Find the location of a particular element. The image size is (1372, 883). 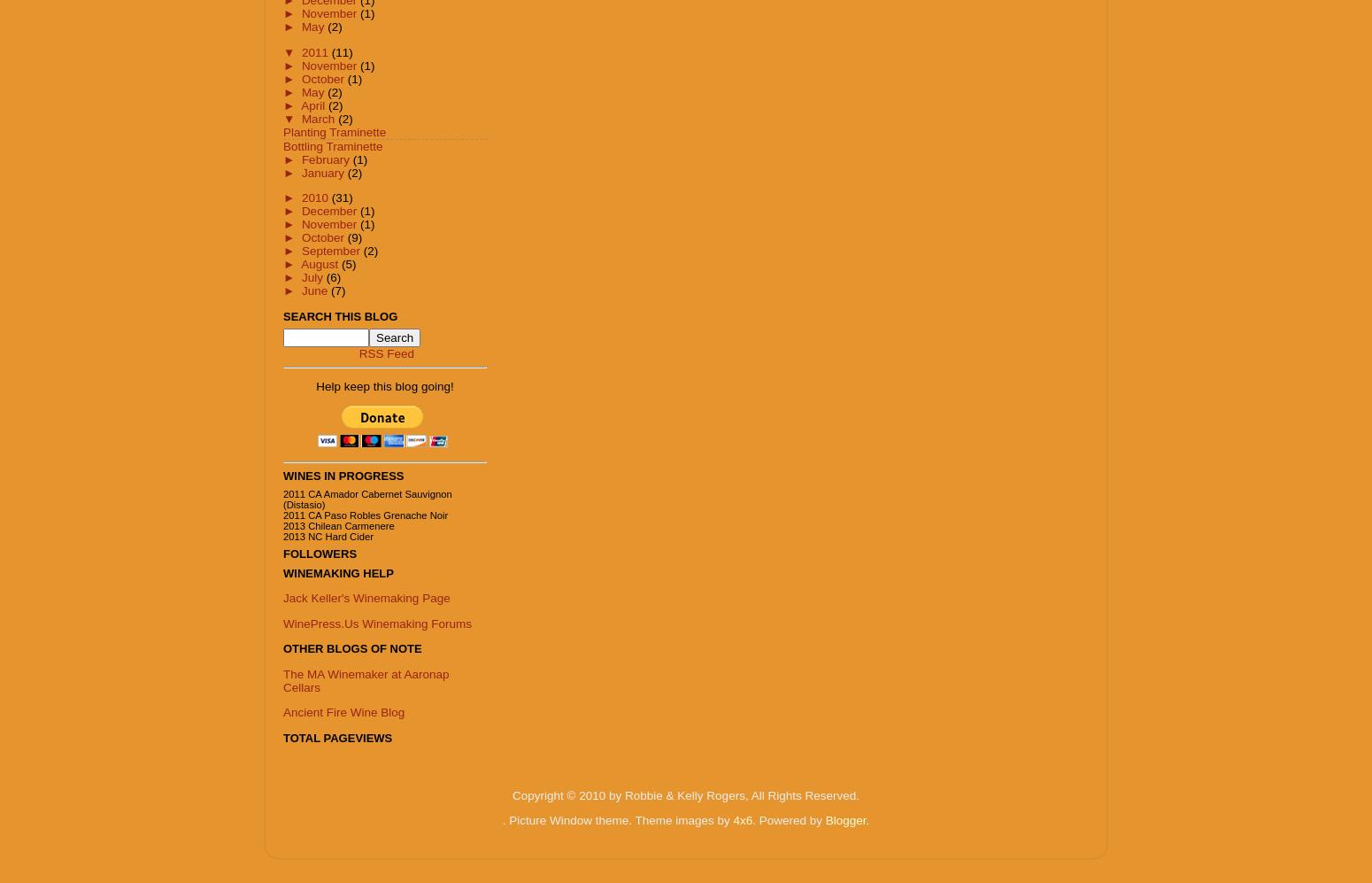

'Search This Blog' is located at coordinates (339, 314).